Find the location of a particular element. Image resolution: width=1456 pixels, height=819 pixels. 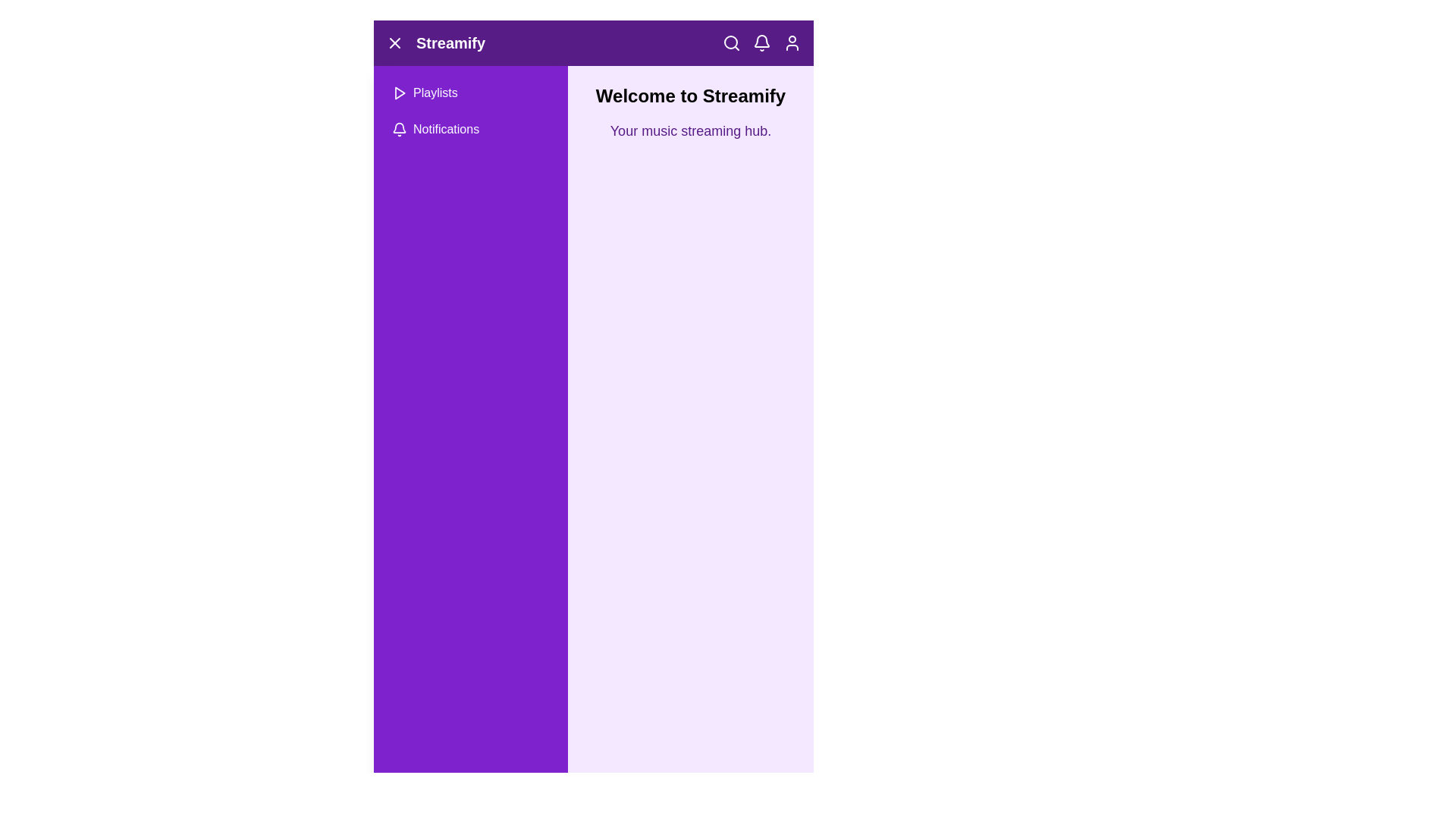

the navigational label indicating the menu item for managing or viewing playlists is located at coordinates (435, 93).